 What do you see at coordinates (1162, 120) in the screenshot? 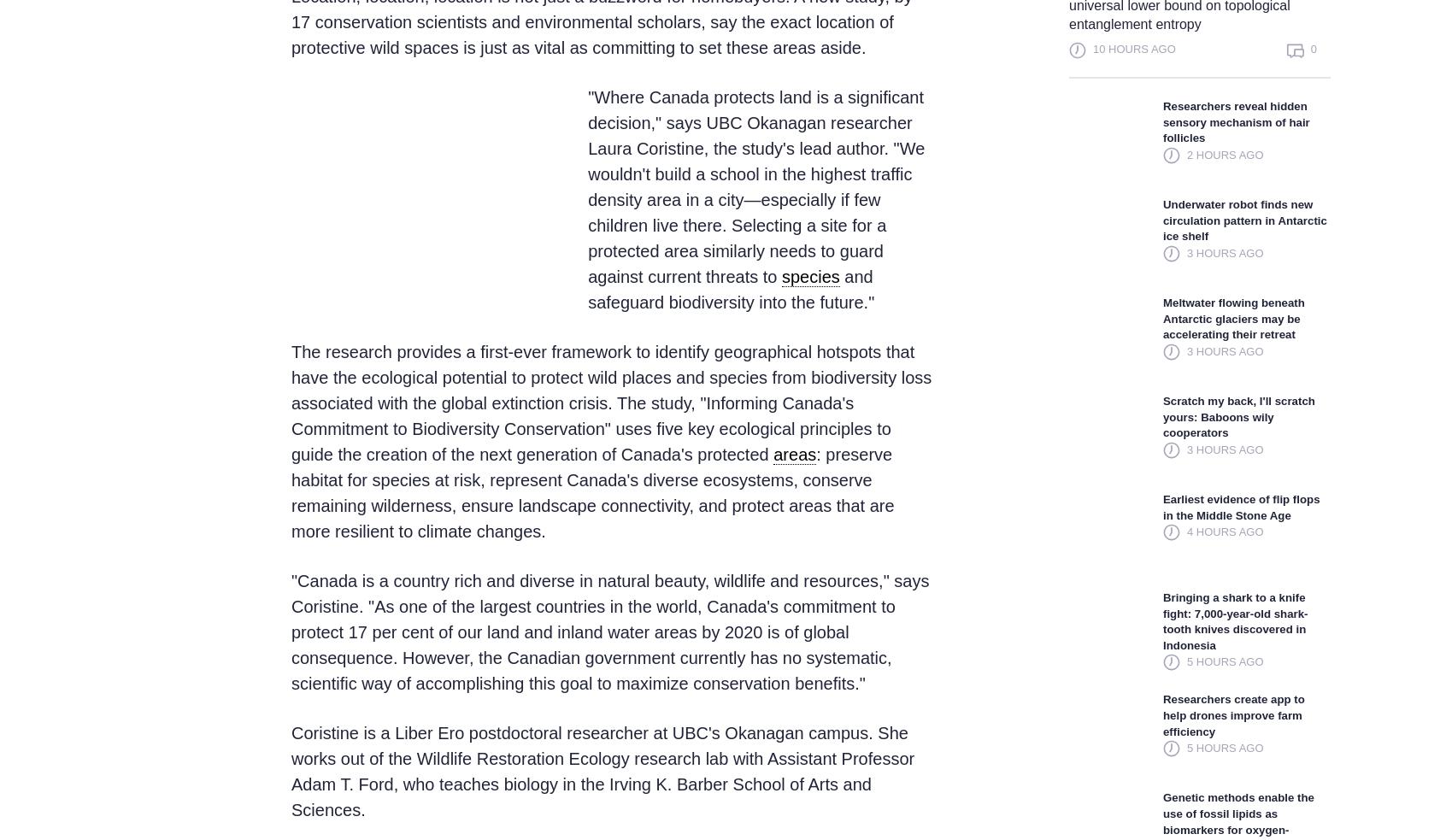
I see `'Researchers reveal hidden sensory mechanism of hair follicles'` at bounding box center [1162, 120].